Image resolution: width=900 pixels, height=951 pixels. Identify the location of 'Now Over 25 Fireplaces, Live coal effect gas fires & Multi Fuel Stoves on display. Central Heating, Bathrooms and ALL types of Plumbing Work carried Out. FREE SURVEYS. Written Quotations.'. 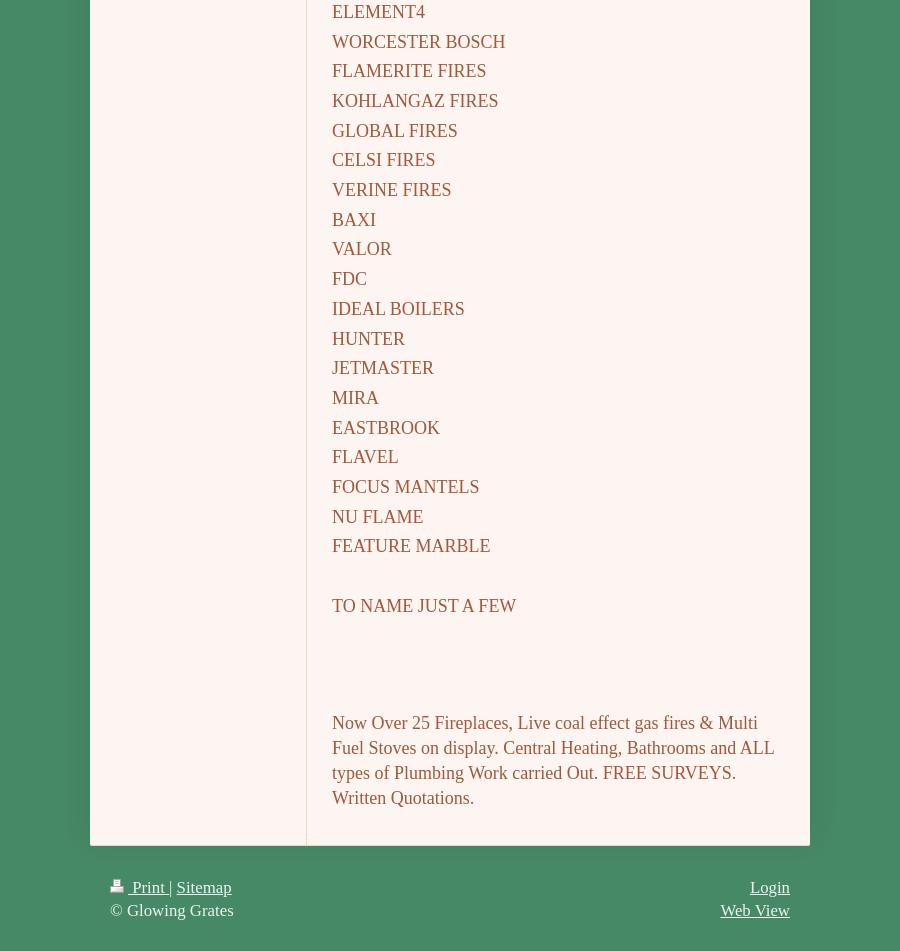
(551, 759).